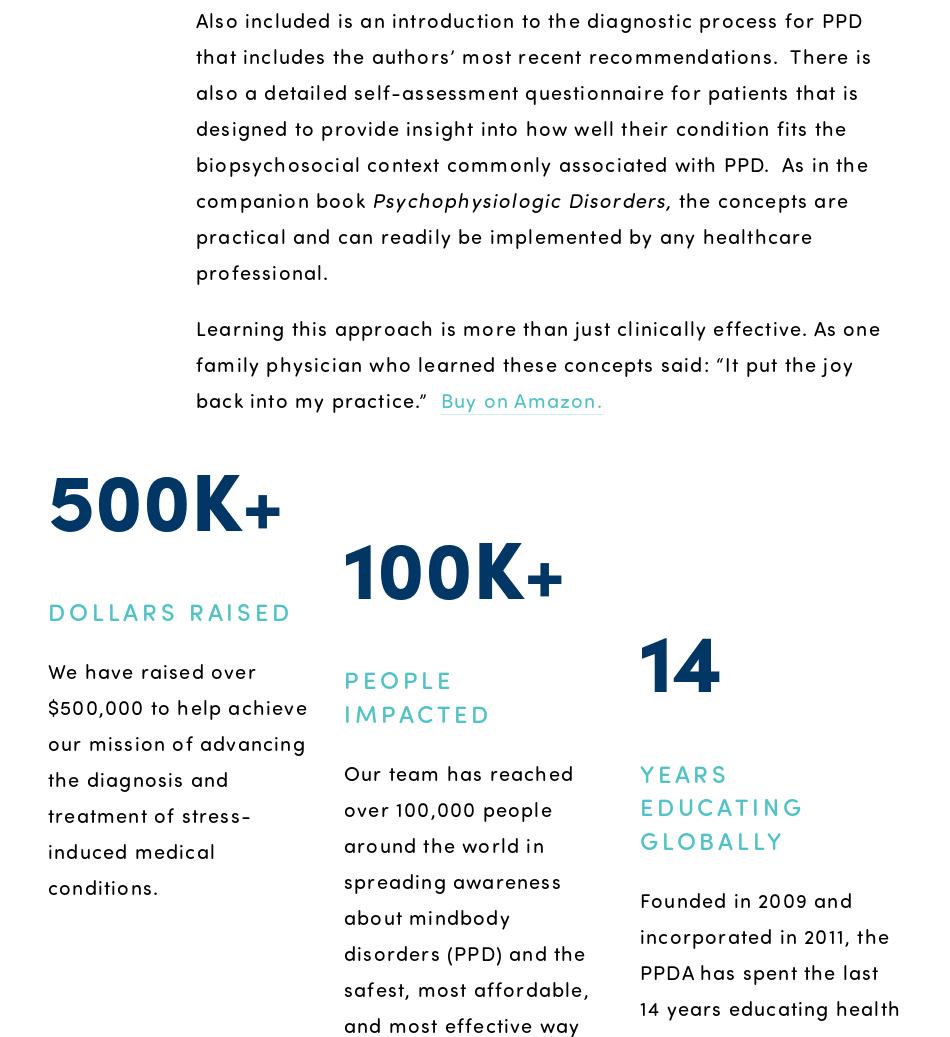 Image resolution: width=950 pixels, height=1037 pixels. What do you see at coordinates (524, 198) in the screenshot?
I see `'Psychophysiologic Disorders,'` at bounding box center [524, 198].